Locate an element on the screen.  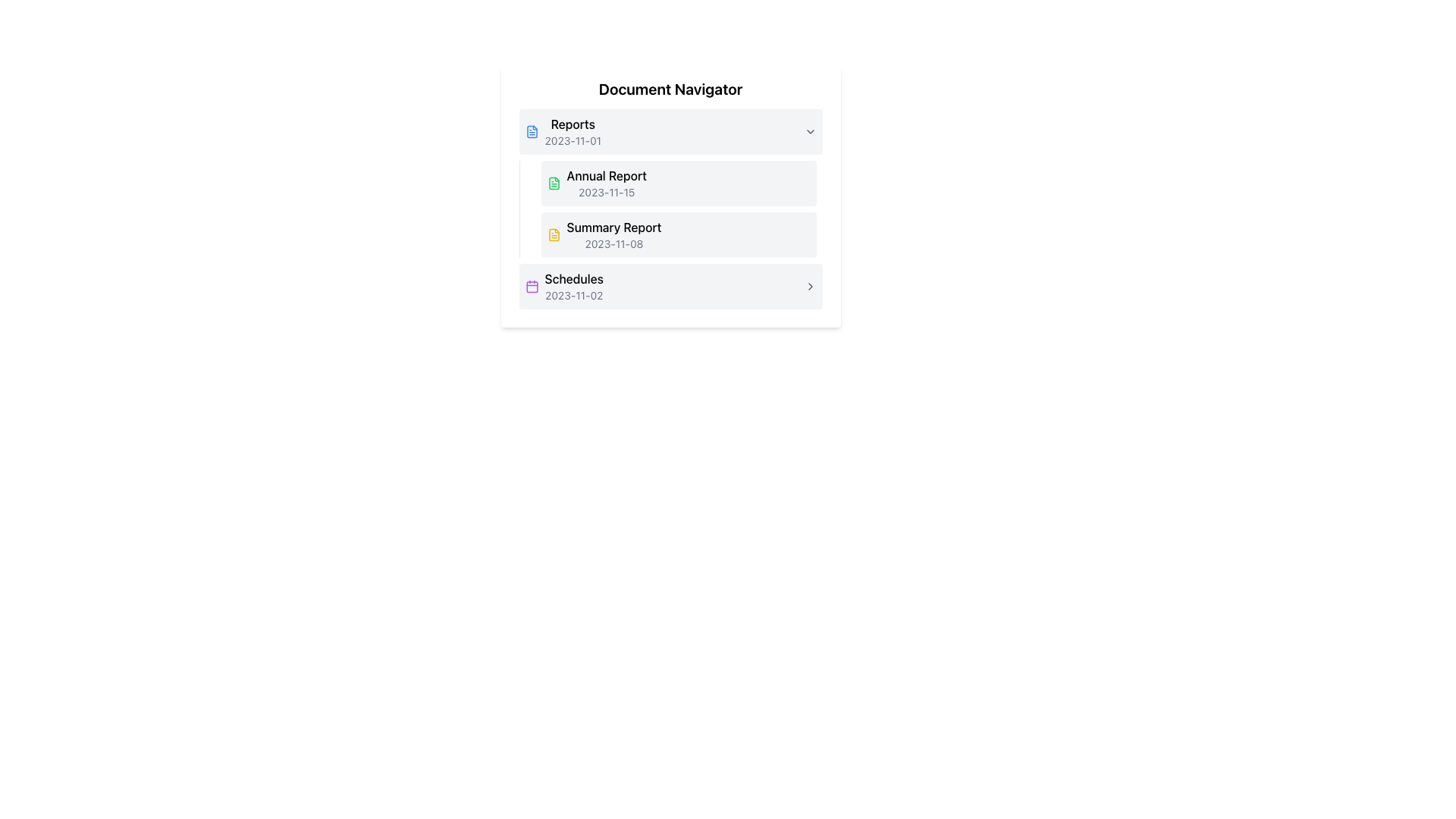
the second list item in the 'Reports' section of the 'Document Navigator' that displays 'Annual Report' and '2023-11-15' is located at coordinates (607, 183).